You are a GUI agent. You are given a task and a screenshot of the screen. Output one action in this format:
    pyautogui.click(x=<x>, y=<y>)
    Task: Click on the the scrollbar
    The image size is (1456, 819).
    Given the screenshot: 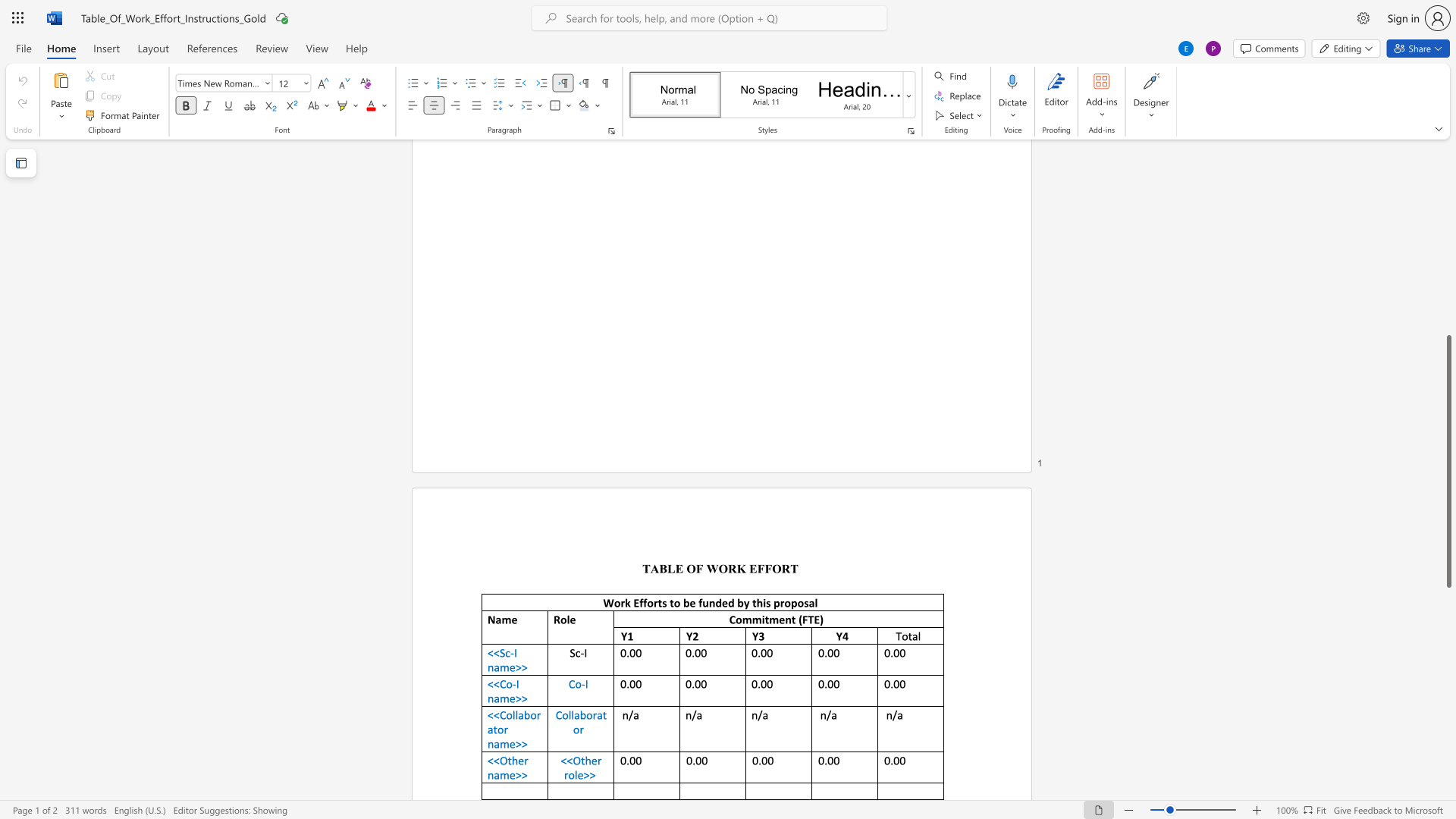 What is the action you would take?
    pyautogui.click(x=1448, y=174)
    